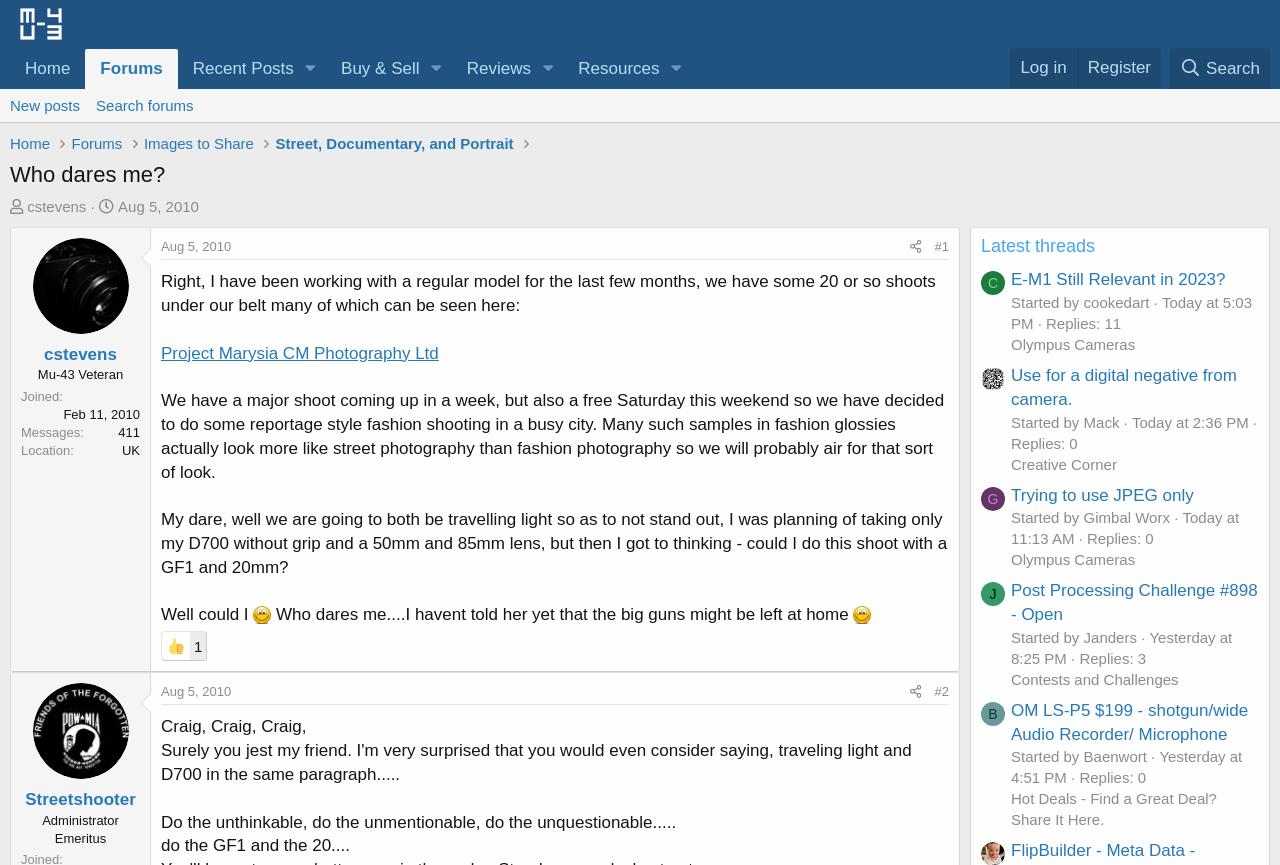 The width and height of the screenshot is (1280, 865). What do you see at coordinates (1010, 526) in the screenshot?
I see `'Today at 11:13 AM'` at bounding box center [1010, 526].